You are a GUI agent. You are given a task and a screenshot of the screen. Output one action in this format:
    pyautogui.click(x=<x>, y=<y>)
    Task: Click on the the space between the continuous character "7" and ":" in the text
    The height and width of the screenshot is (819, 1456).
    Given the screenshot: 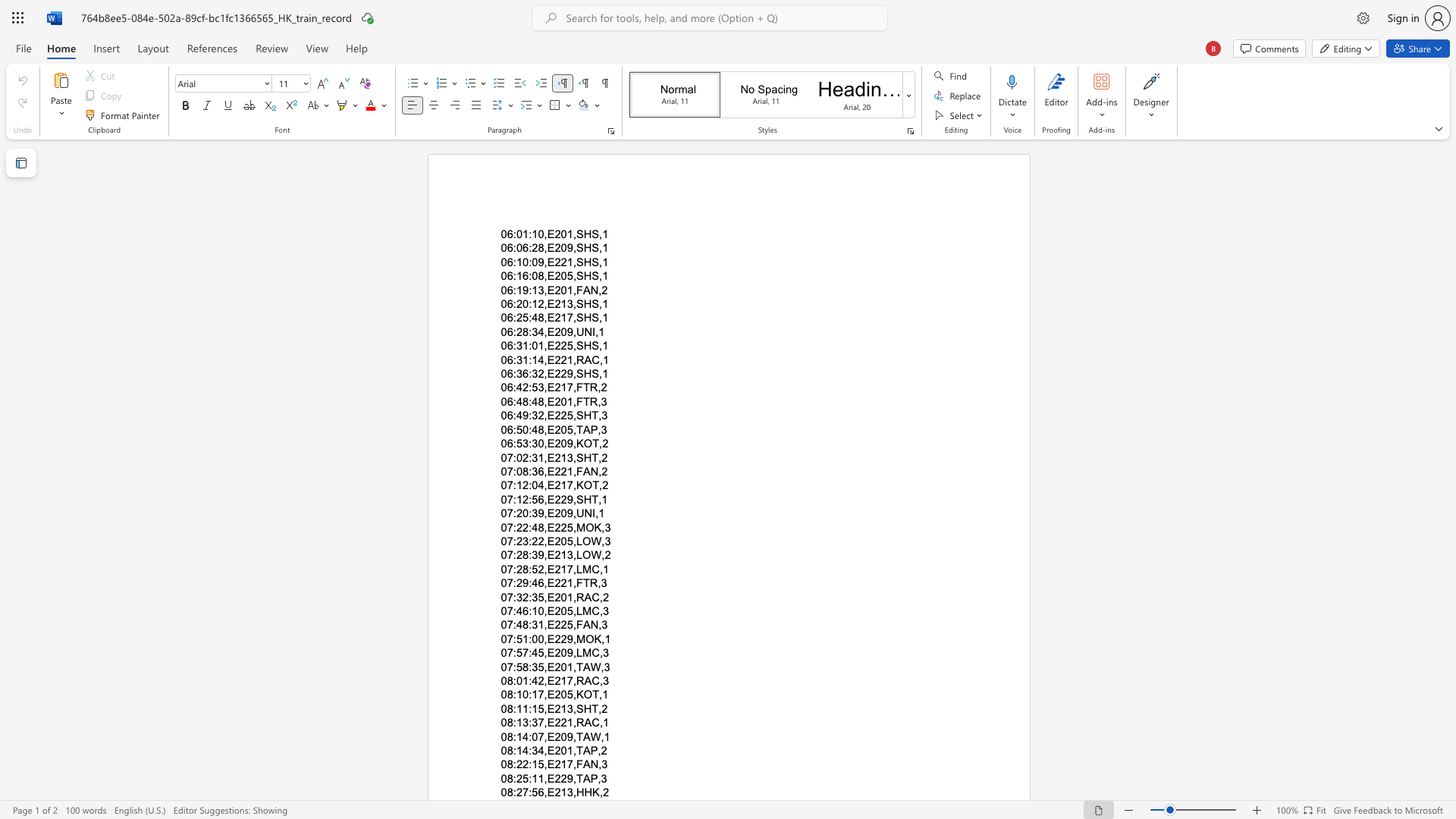 What is the action you would take?
    pyautogui.click(x=512, y=582)
    